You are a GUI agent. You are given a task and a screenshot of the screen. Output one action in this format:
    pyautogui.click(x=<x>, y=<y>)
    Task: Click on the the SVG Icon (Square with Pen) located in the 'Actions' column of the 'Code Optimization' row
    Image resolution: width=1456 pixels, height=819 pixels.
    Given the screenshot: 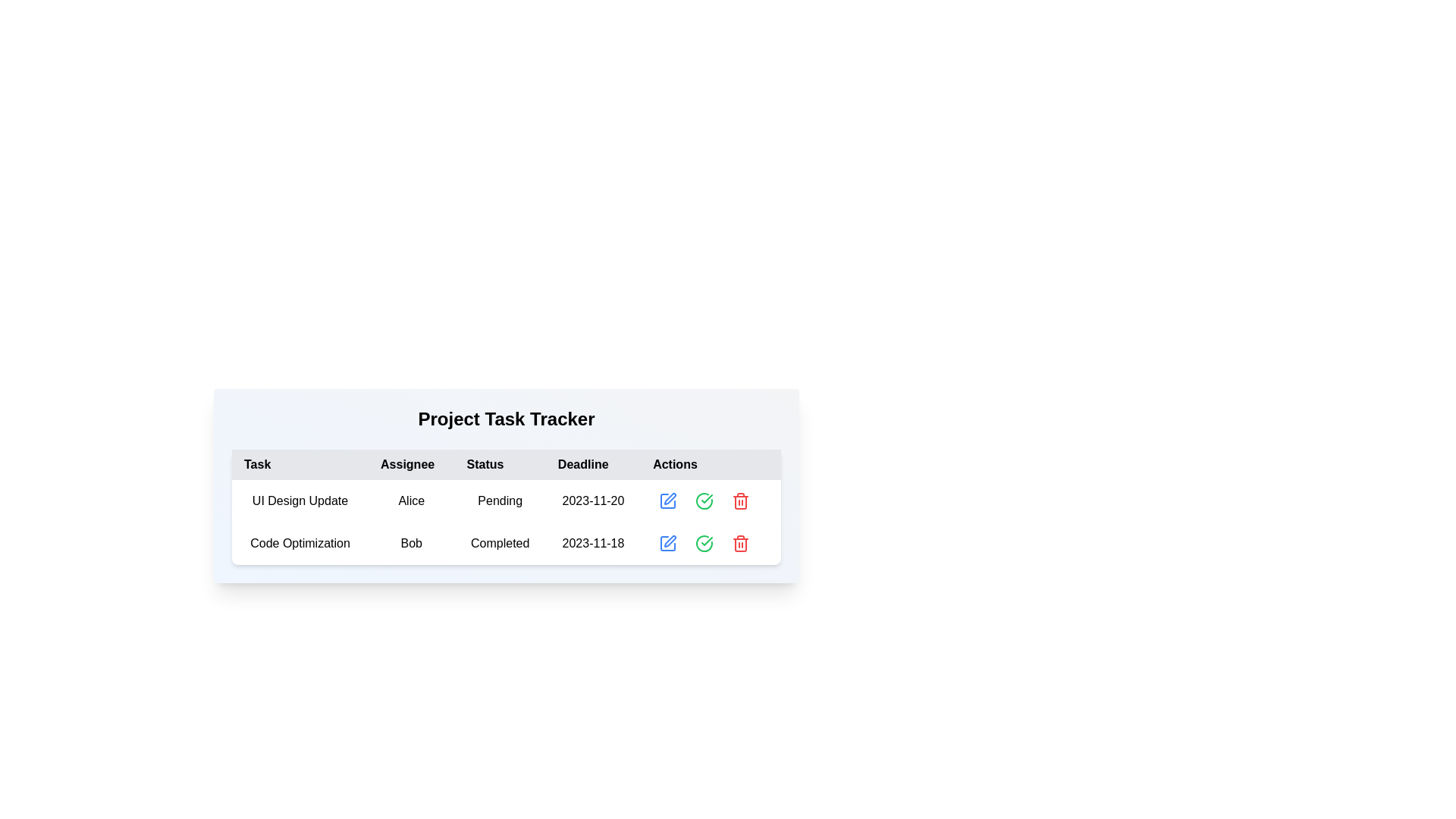 What is the action you would take?
    pyautogui.click(x=667, y=543)
    